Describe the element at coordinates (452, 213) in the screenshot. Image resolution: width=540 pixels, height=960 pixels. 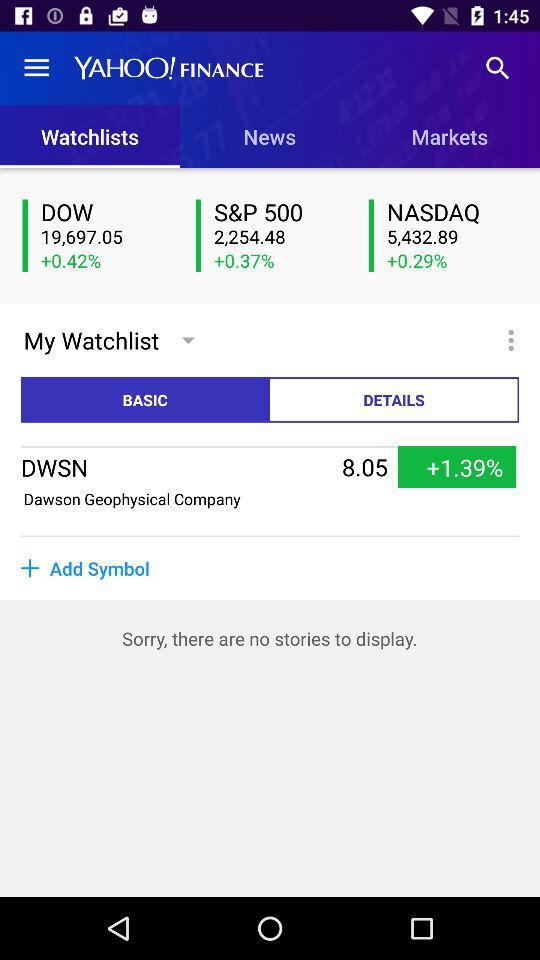
I see `icon below markets item` at that location.